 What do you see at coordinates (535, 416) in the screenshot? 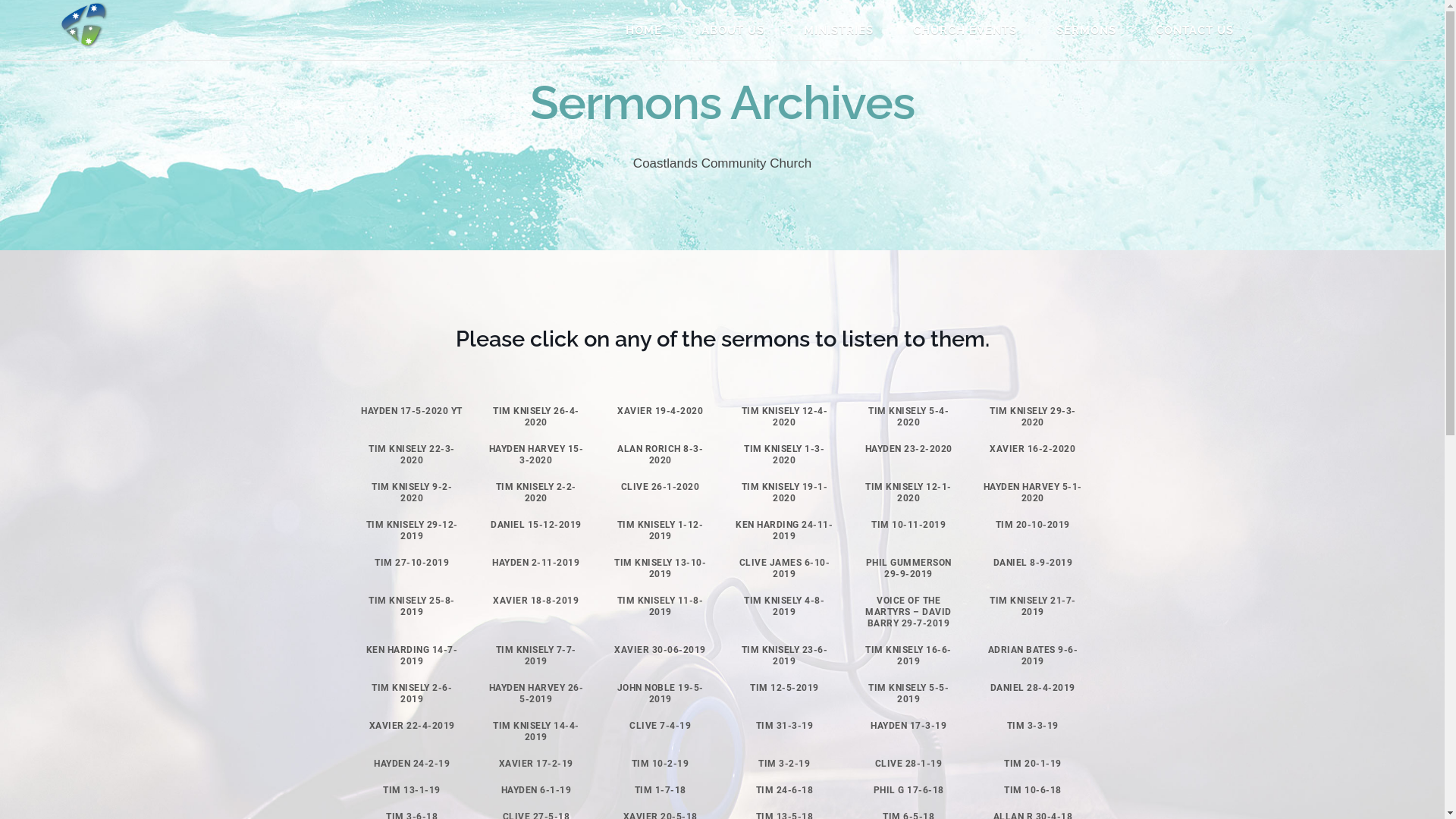
I see `'TIM KNISELY 26-4-2020'` at bounding box center [535, 416].